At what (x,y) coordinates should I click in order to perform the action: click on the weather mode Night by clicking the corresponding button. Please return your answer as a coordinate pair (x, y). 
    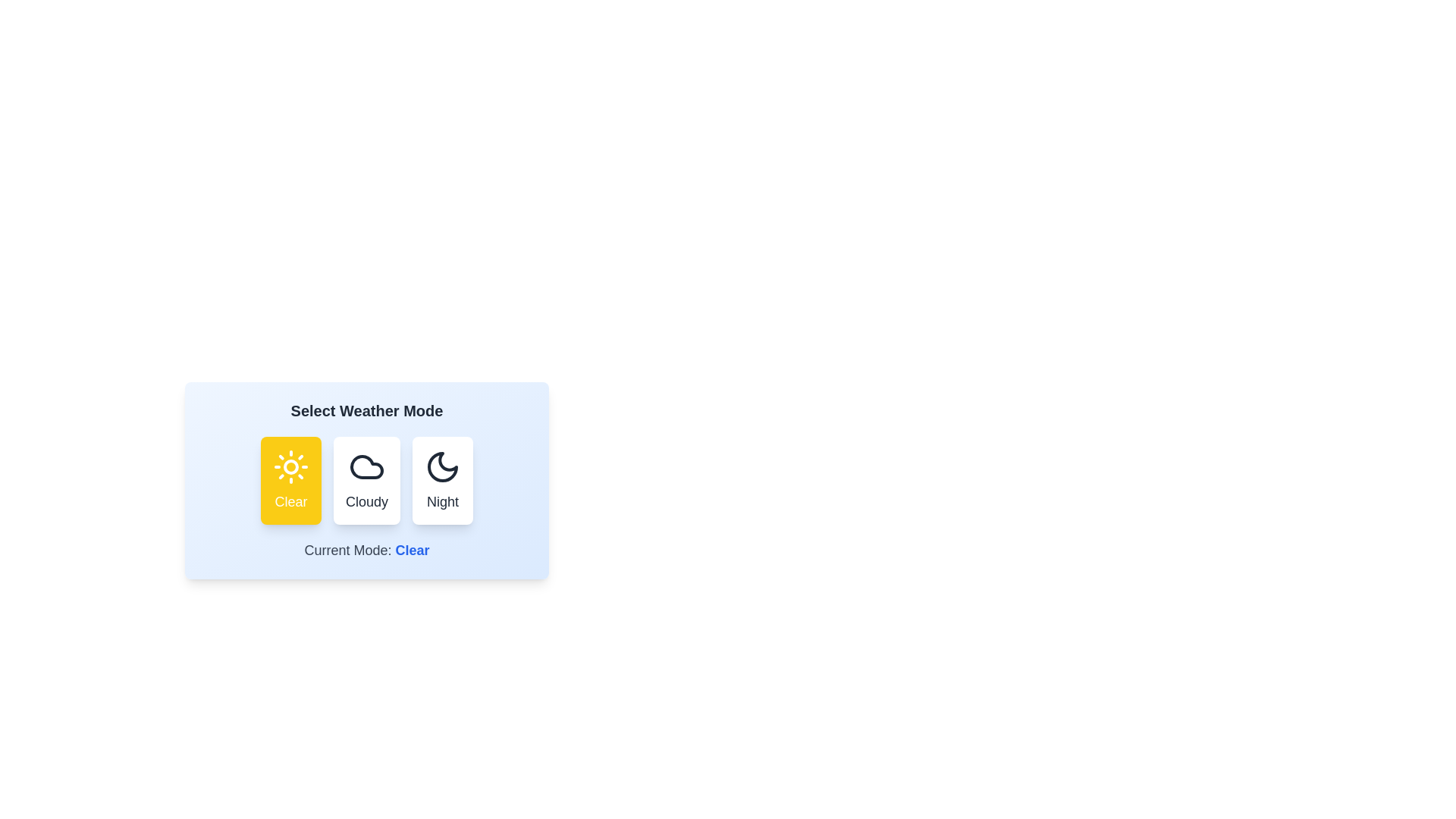
    Looking at the image, I should click on (442, 480).